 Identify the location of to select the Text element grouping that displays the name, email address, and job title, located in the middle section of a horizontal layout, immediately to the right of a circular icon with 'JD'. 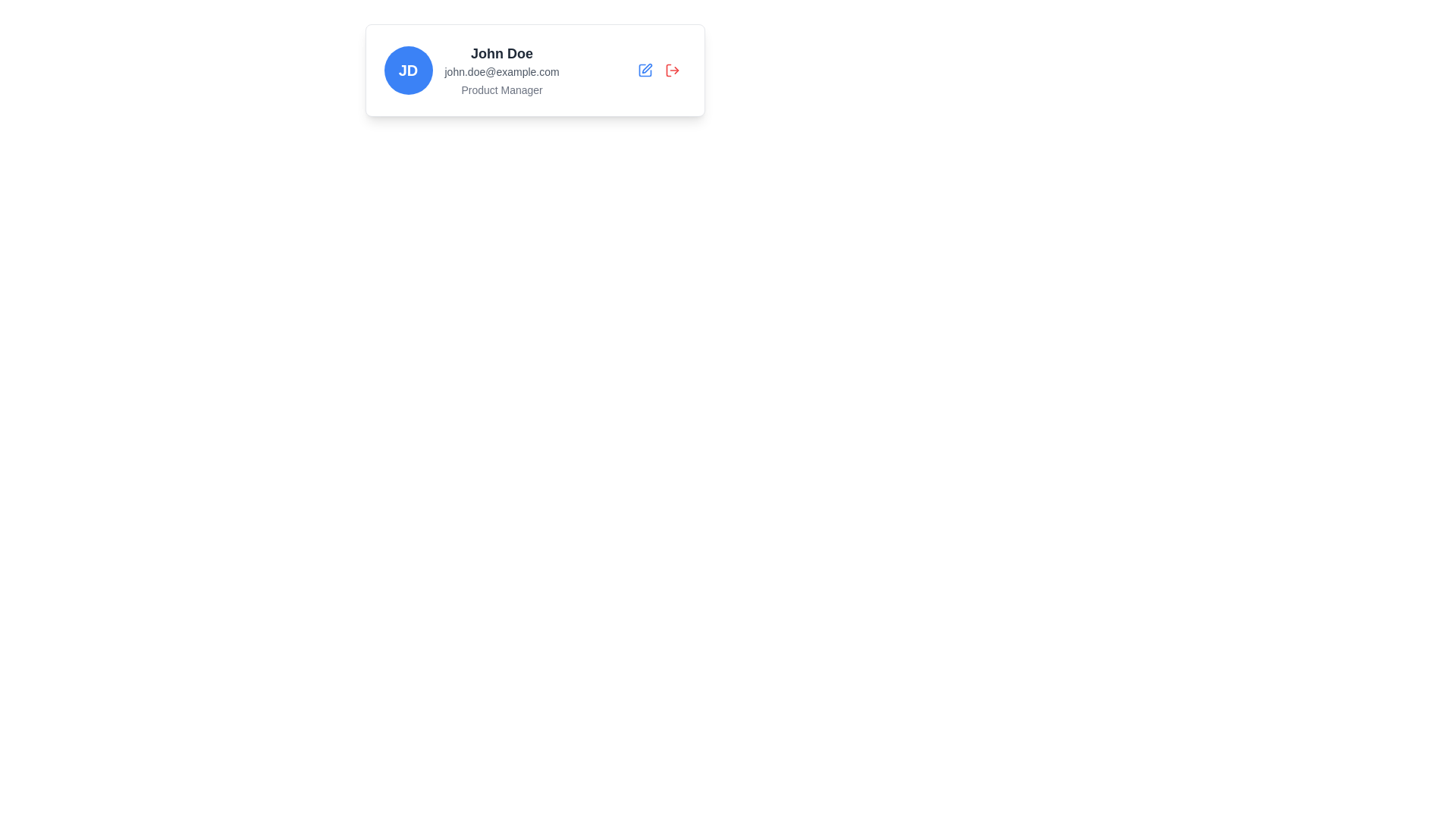
(502, 70).